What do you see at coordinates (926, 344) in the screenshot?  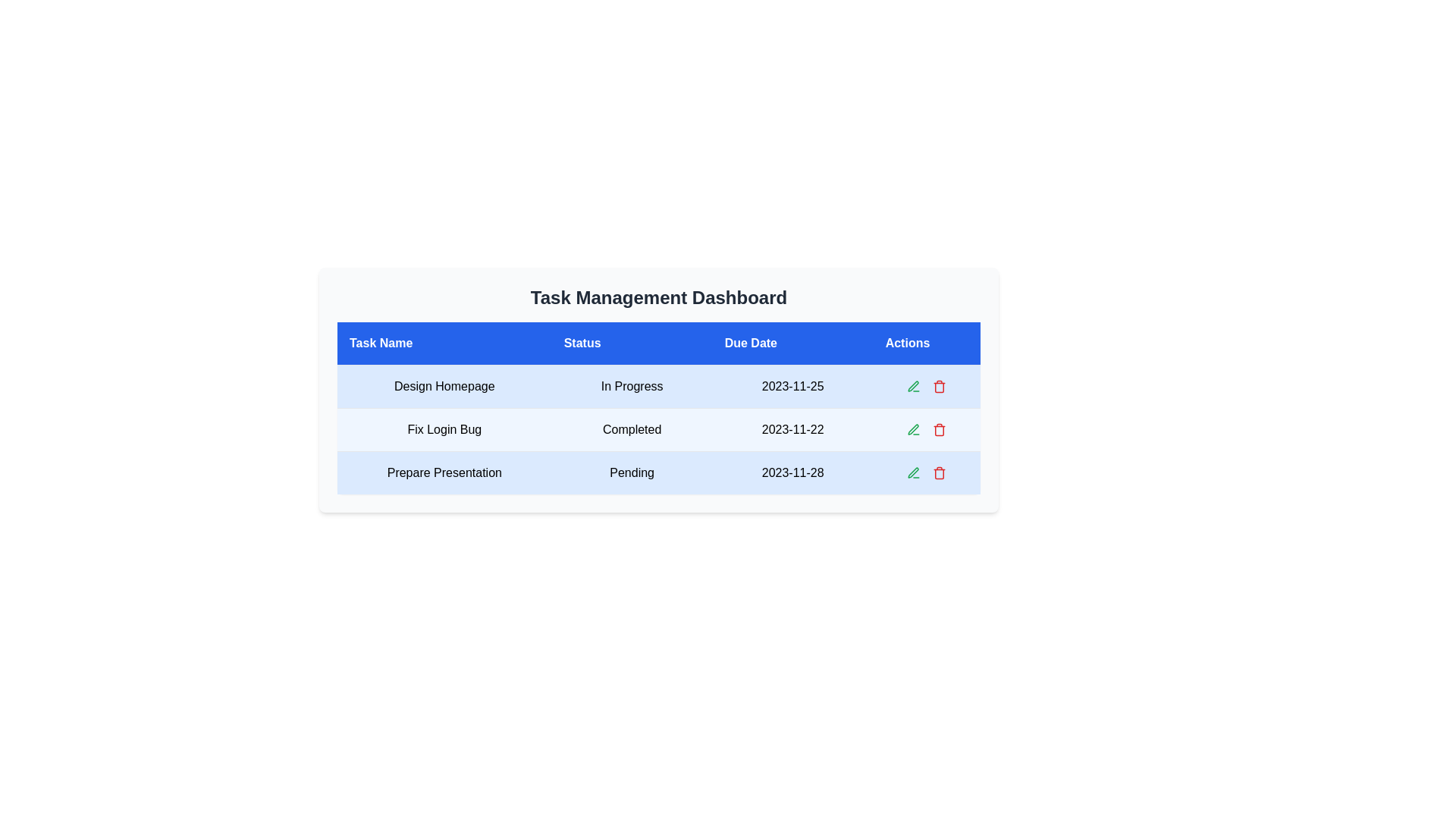 I see `the 'Actions' header with a blue background and white text, located on the rightmost side of the header row in the 'Task Management Dashboard' table` at bounding box center [926, 344].